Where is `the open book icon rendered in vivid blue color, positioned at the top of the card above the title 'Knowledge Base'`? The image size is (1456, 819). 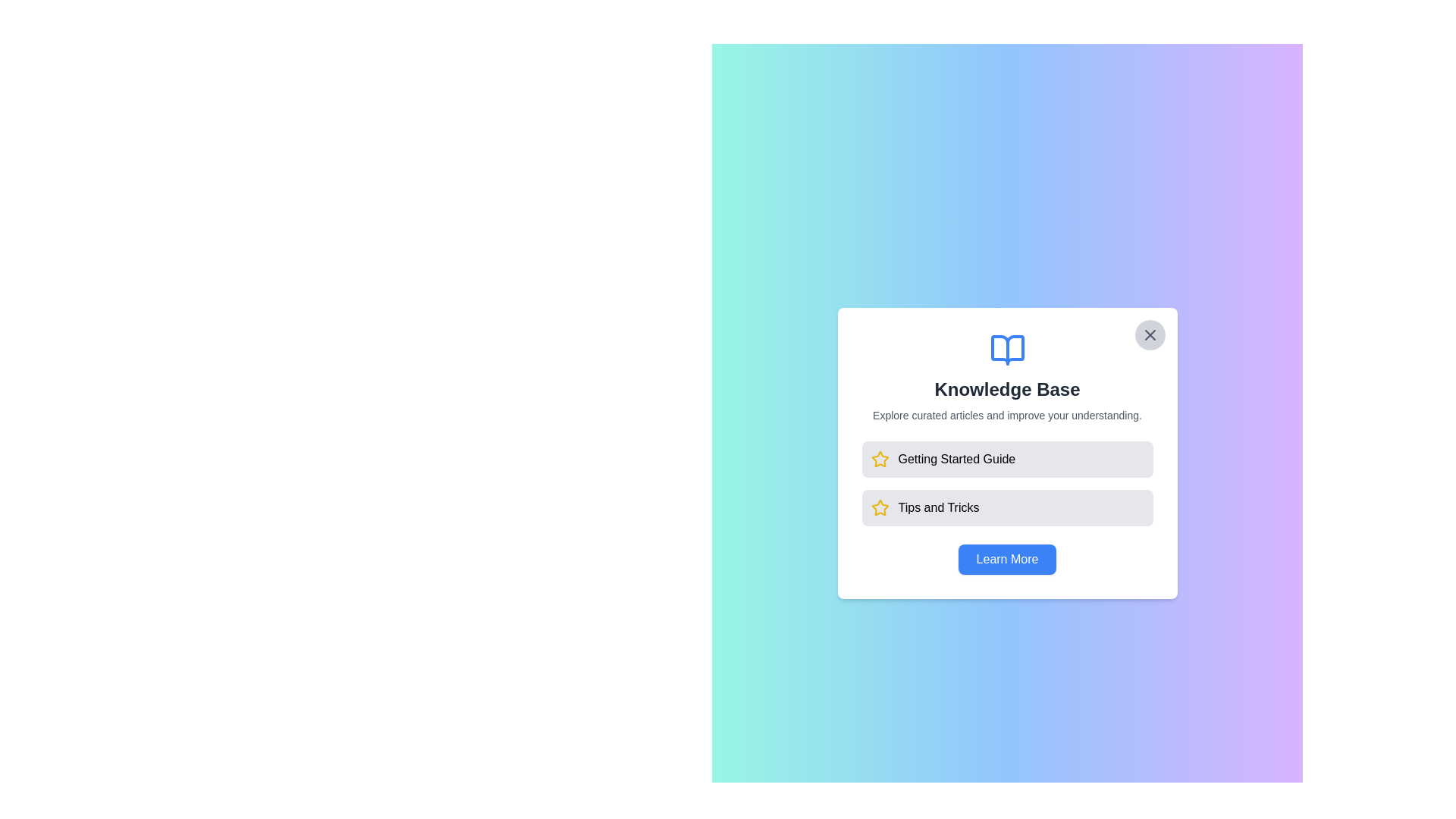
the open book icon rendered in vivid blue color, positioned at the top of the card above the title 'Knowledge Base' is located at coordinates (1007, 350).